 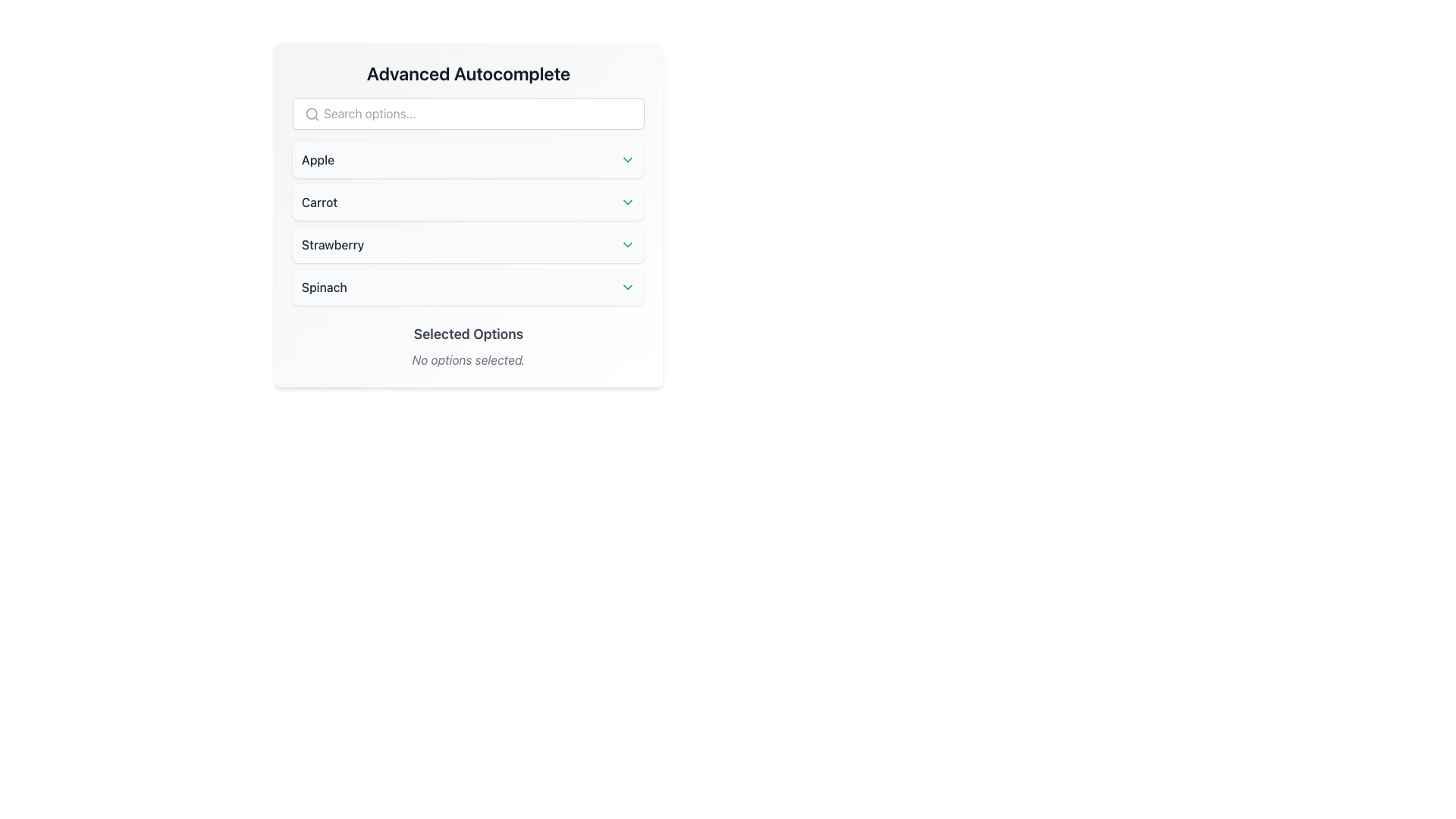 I want to click on the circular portion of the search magnifying glass icon located on the left side of the search bar component, so click(x=311, y=113).